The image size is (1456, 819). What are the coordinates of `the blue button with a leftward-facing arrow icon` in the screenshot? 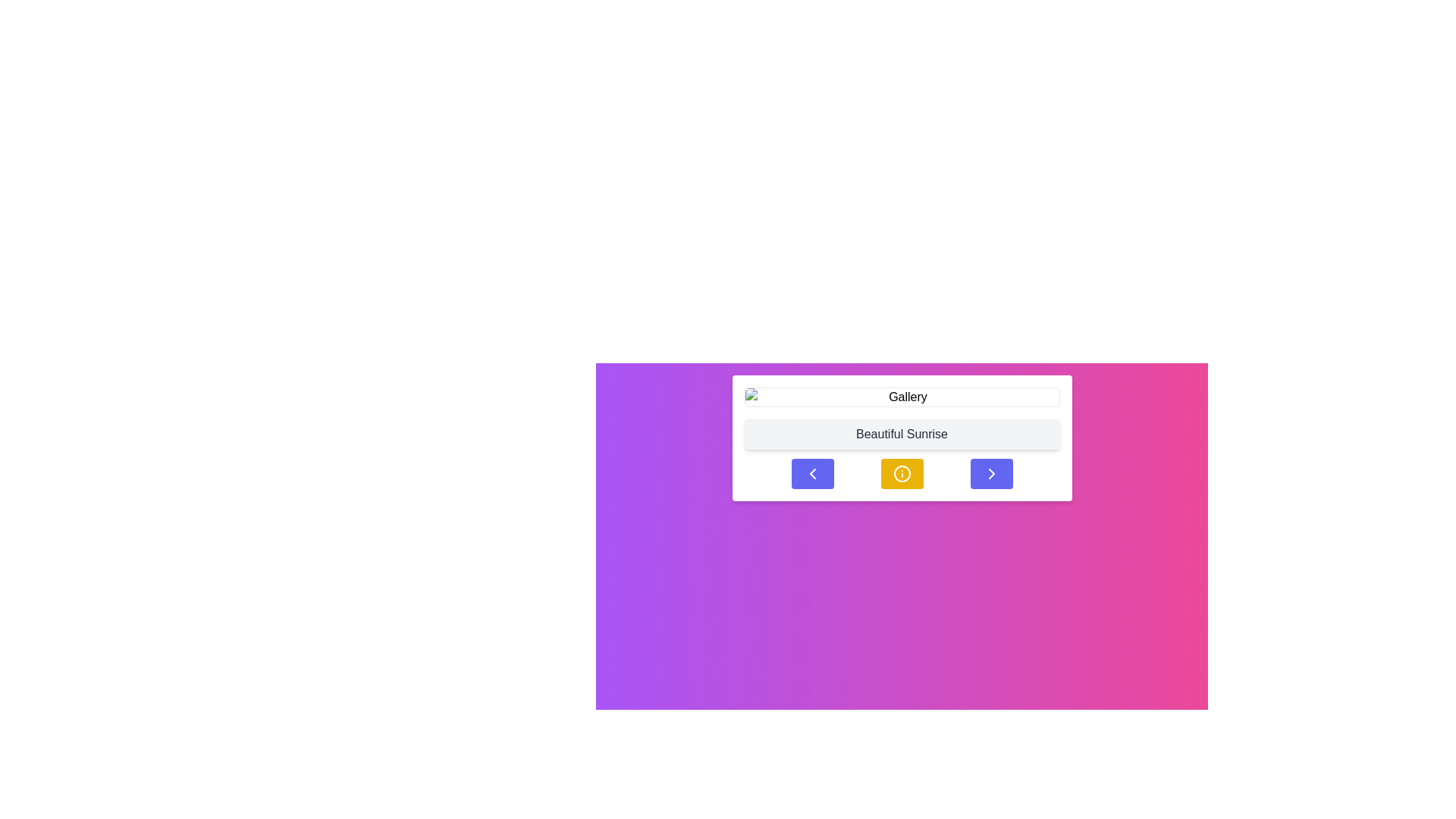 It's located at (811, 472).